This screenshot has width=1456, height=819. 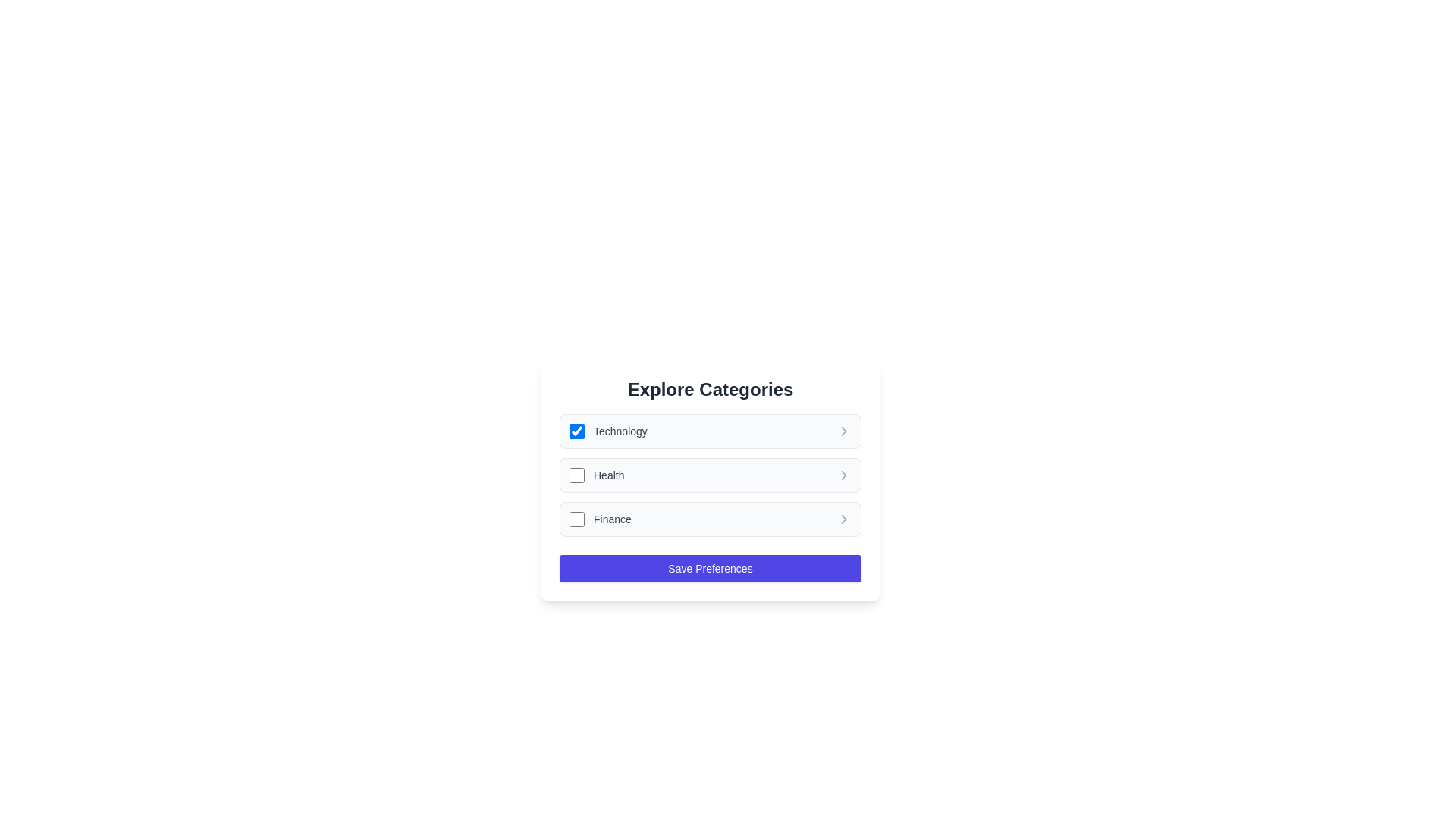 I want to click on the checkbox for the 'Health' category to toggle its state, so click(x=576, y=475).